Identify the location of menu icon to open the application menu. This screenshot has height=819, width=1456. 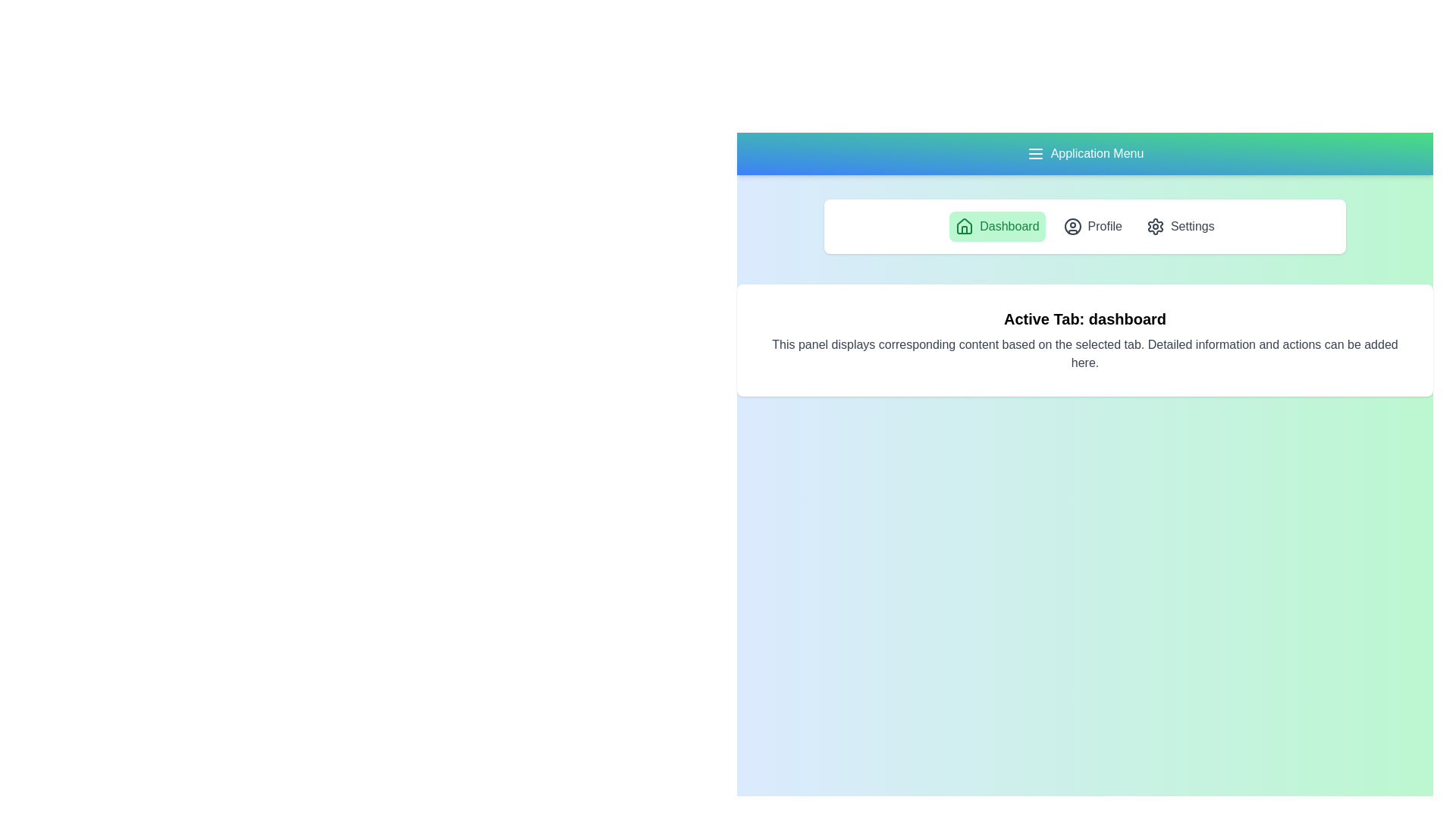
(1034, 154).